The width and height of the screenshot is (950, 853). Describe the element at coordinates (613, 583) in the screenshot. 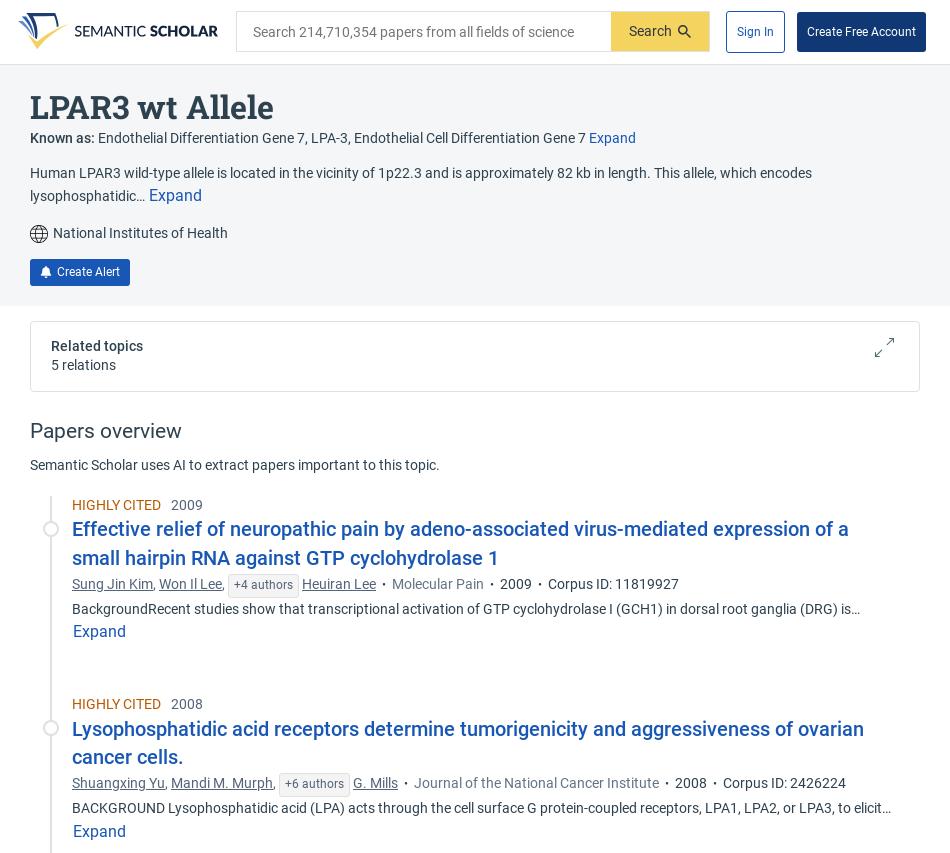

I see `'Corpus ID: 11819927'` at that location.